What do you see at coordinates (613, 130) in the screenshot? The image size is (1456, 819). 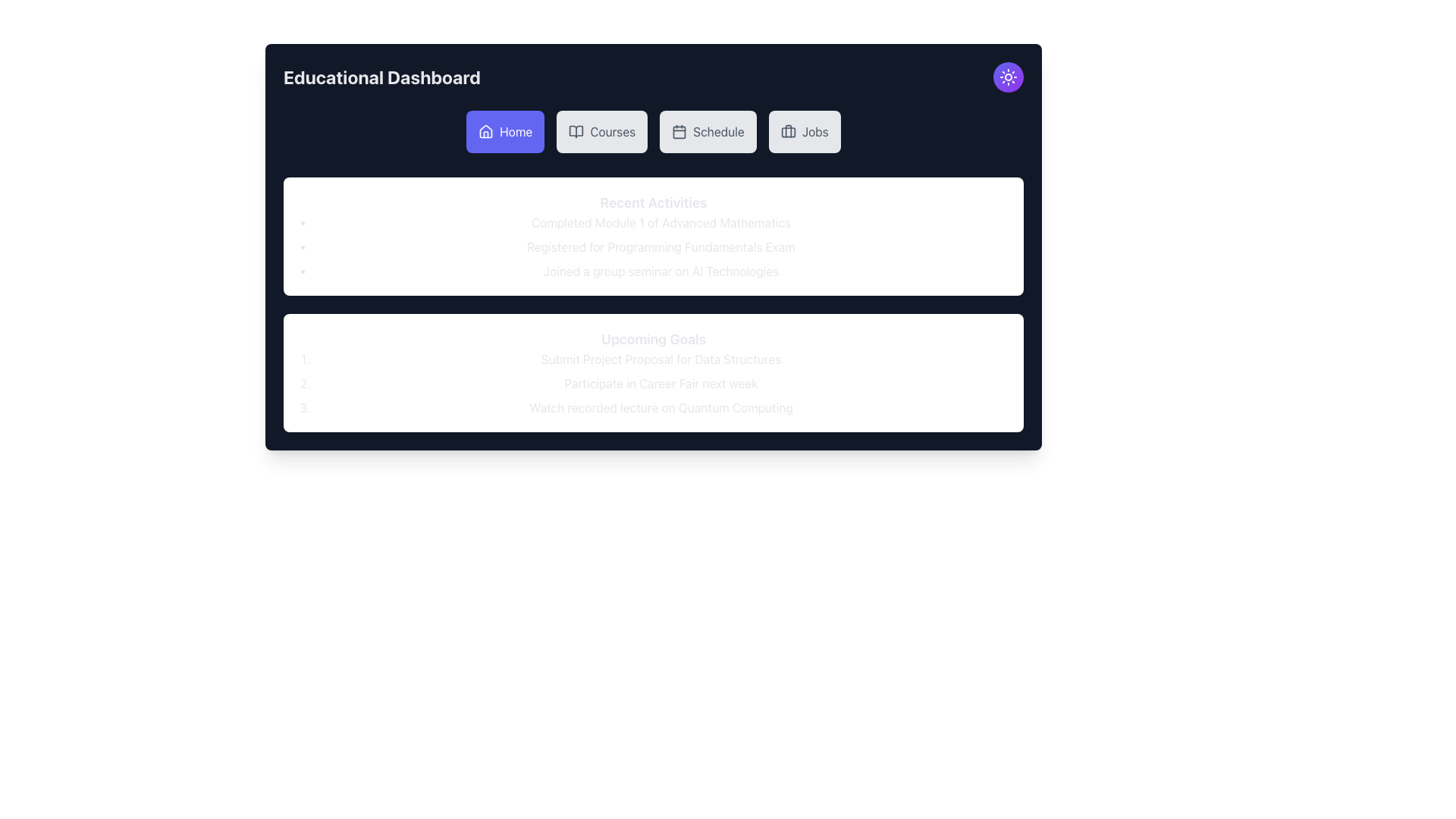 I see `text label element named 'Courses' which is styled in gray and located within a horizontal navigation bar` at bounding box center [613, 130].